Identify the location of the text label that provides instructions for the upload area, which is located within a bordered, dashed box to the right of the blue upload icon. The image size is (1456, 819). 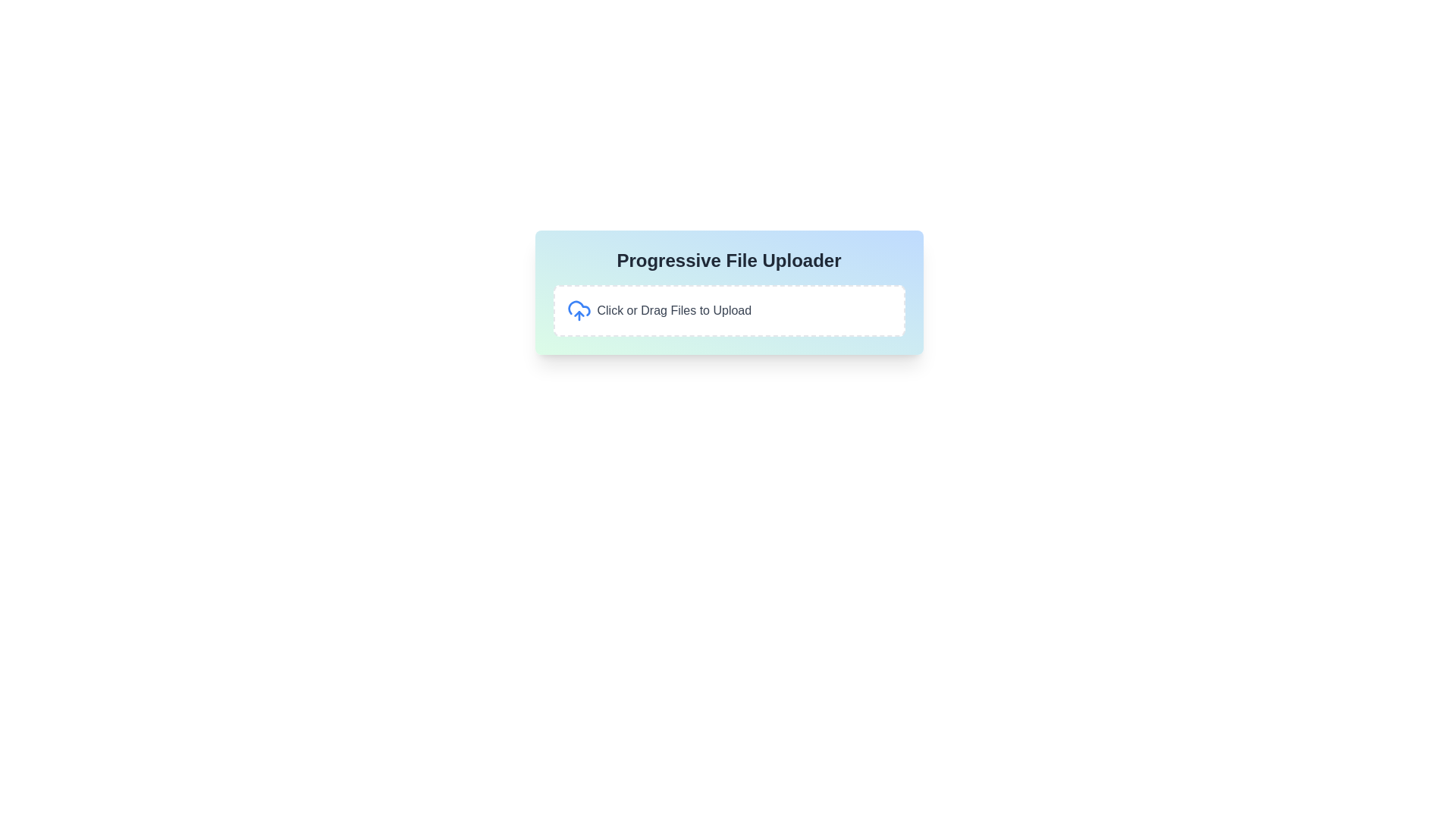
(673, 309).